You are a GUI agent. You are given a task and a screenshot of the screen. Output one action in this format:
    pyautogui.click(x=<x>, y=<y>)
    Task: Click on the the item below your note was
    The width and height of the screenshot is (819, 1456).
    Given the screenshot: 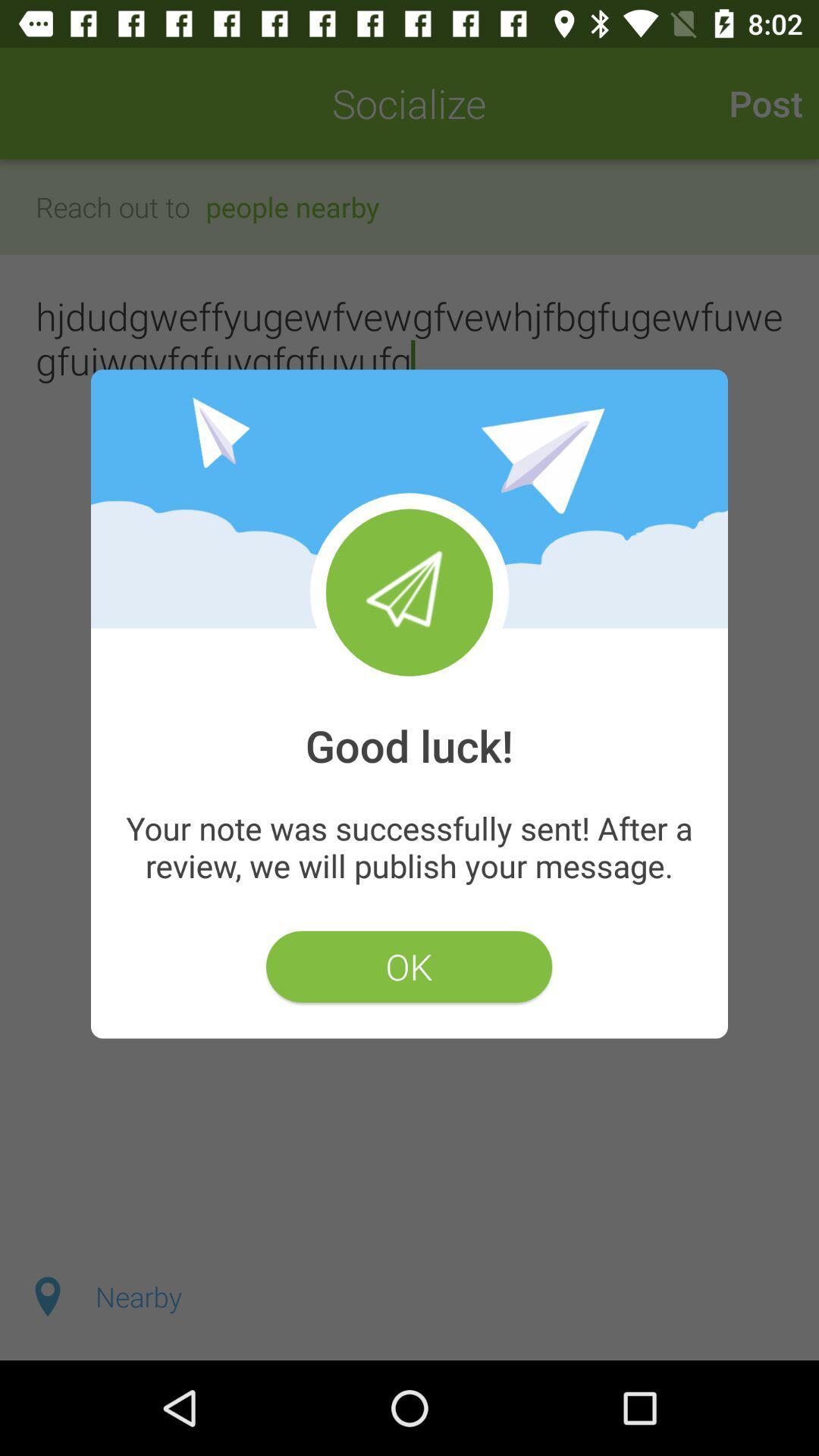 What is the action you would take?
    pyautogui.click(x=408, y=966)
    